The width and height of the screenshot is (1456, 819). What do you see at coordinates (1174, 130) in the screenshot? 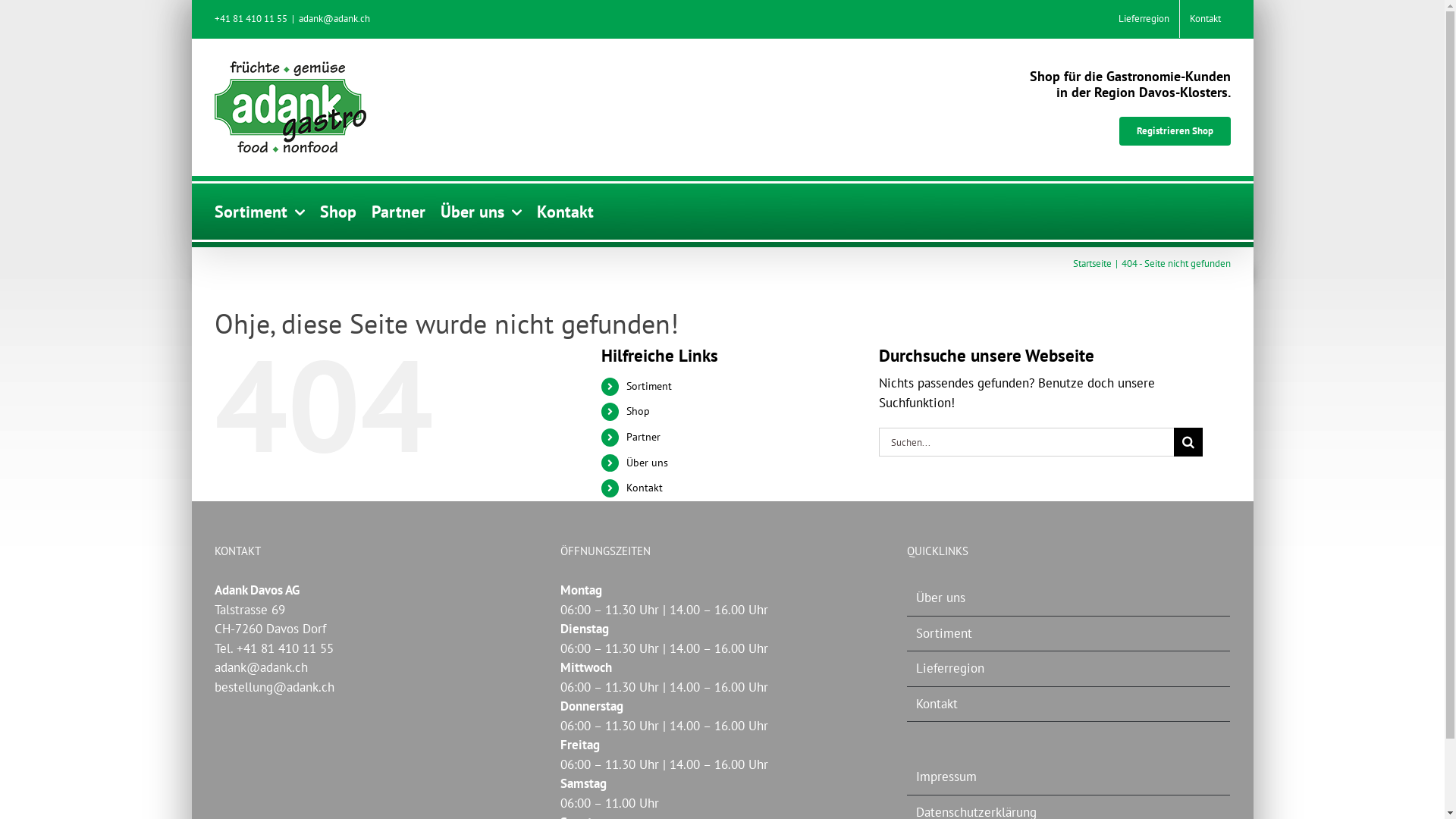
I see `'Registrieren Shop'` at bounding box center [1174, 130].